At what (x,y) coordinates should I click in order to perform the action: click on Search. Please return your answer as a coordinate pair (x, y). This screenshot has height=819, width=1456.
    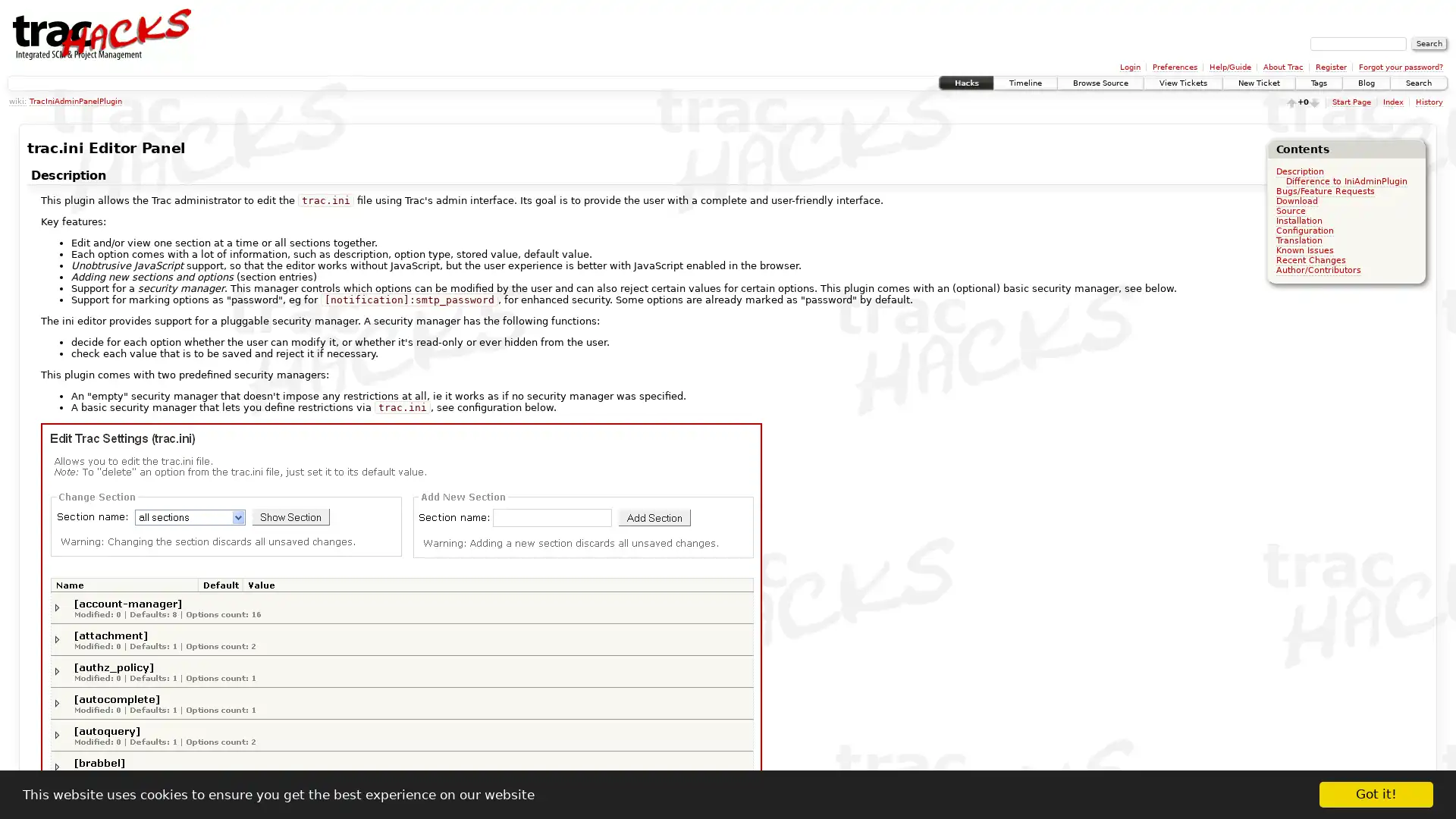
    Looking at the image, I should click on (1429, 42).